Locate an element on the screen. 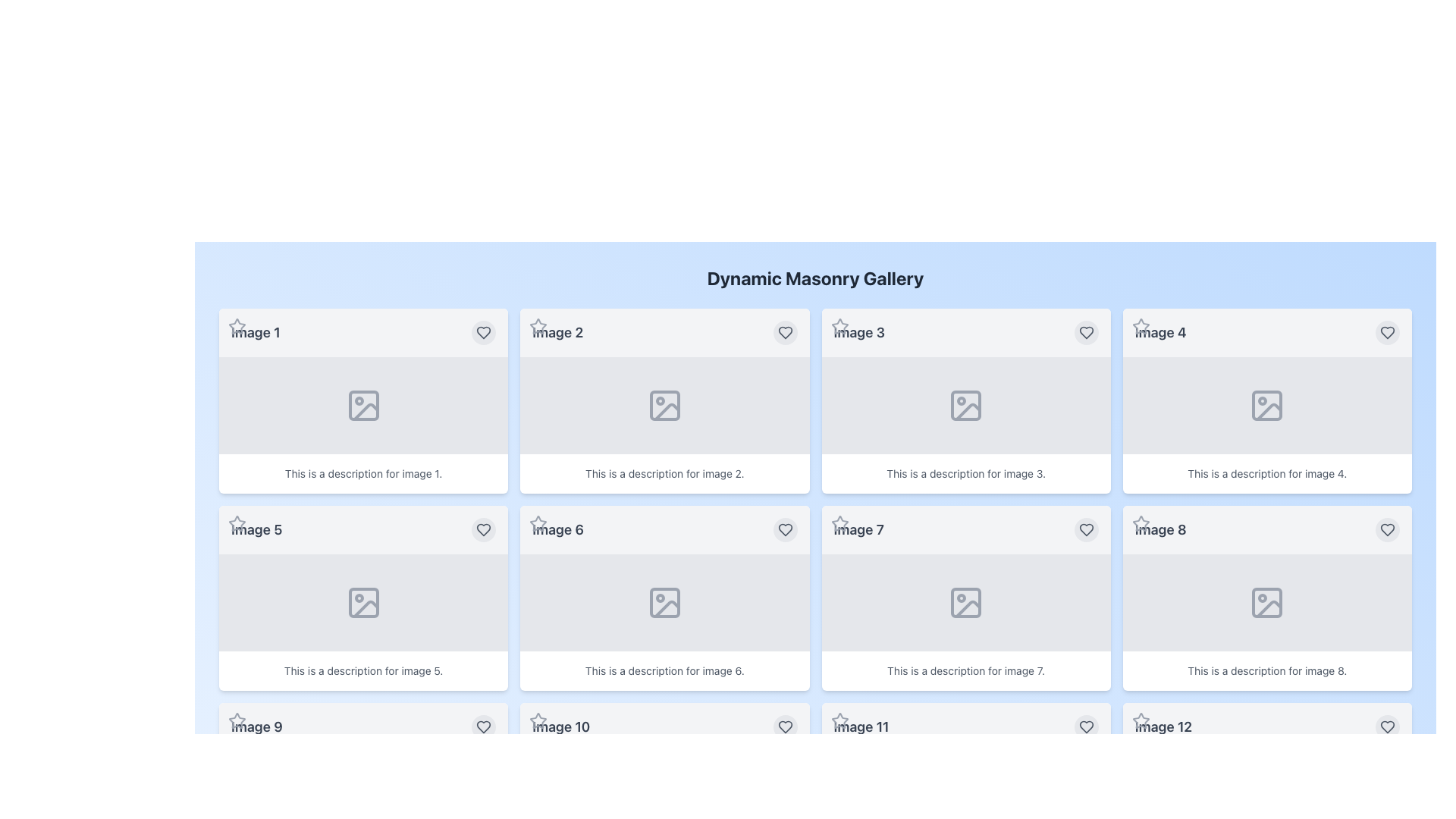 The height and width of the screenshot is (819, 1456). properties of the small rectangle with rounded corners located inside the gray photograph icon in the top-left corner of the first box in the masonry gallery layout is located at coordinates (362, 405).